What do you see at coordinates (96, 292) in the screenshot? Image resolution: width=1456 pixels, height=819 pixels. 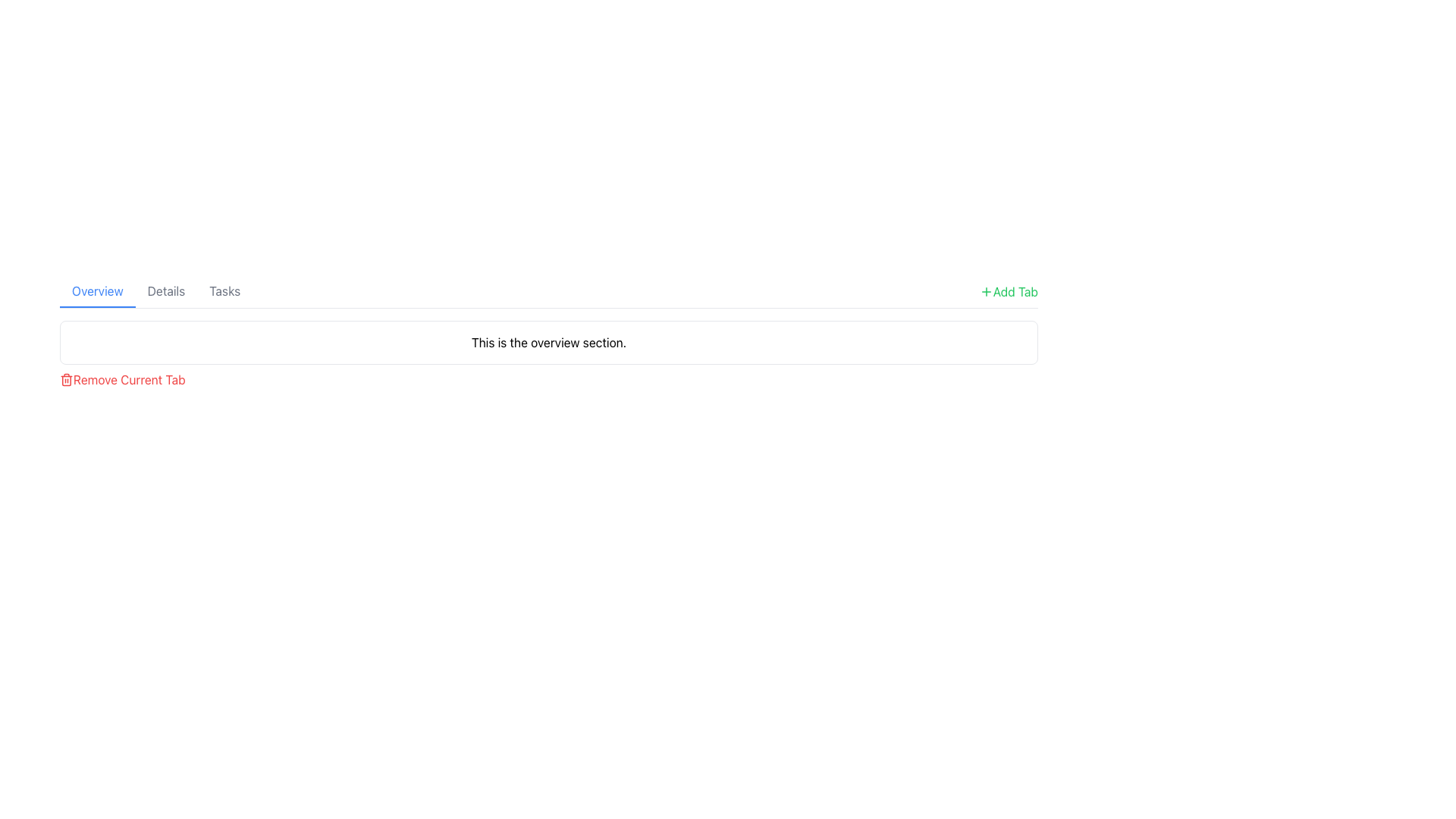 I see `the 'Overview' navigational tab, which is styled in blue font with a bold underline` at bounding box center [96, 292].